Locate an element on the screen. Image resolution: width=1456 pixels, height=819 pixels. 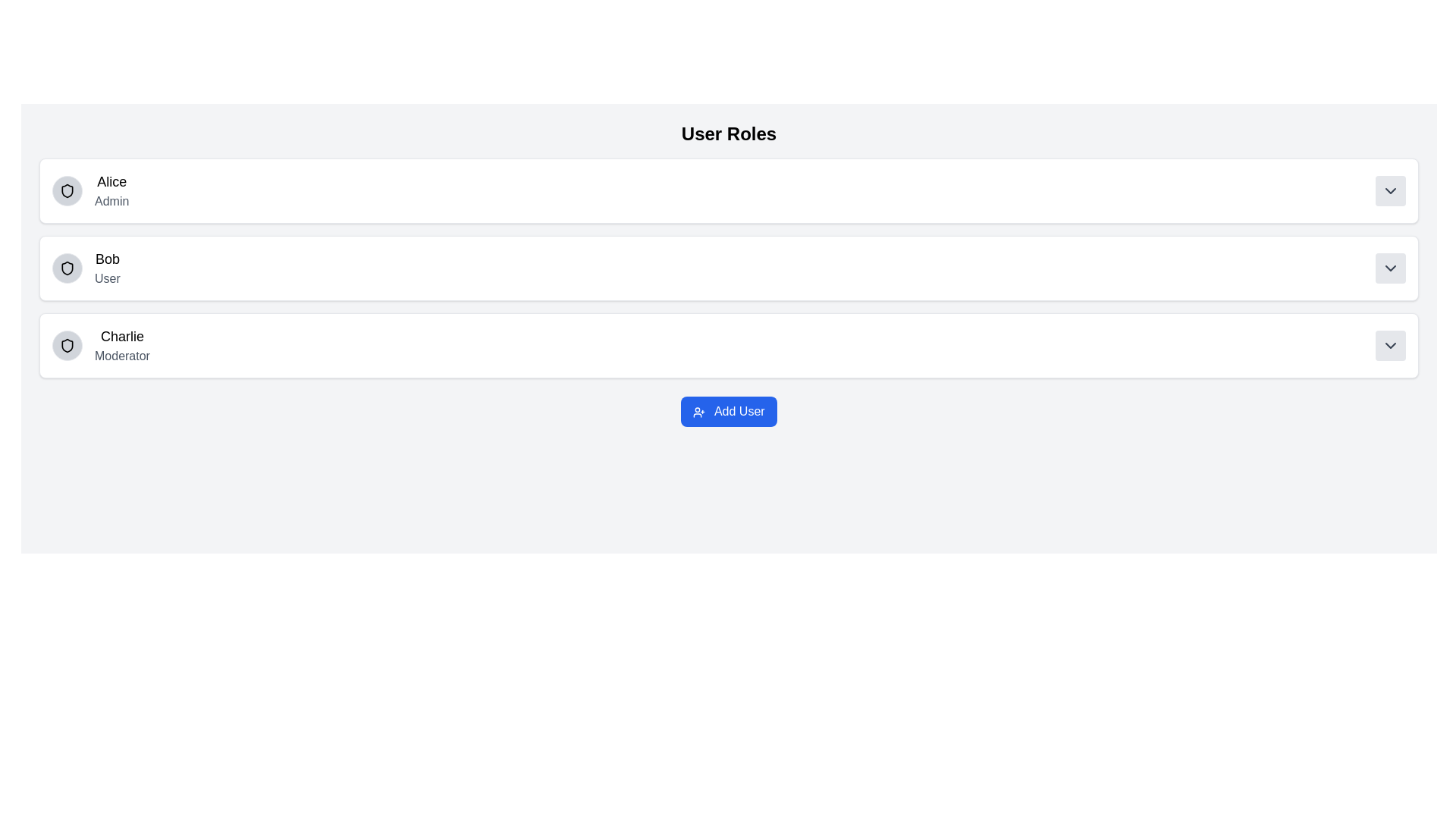
the user role entry for 'Charlie', the 'Moderator', which is located in the third row of the user roles list, positioned between a gray circular icon and a dropdown menu icon is located at coordinates (100, 345).